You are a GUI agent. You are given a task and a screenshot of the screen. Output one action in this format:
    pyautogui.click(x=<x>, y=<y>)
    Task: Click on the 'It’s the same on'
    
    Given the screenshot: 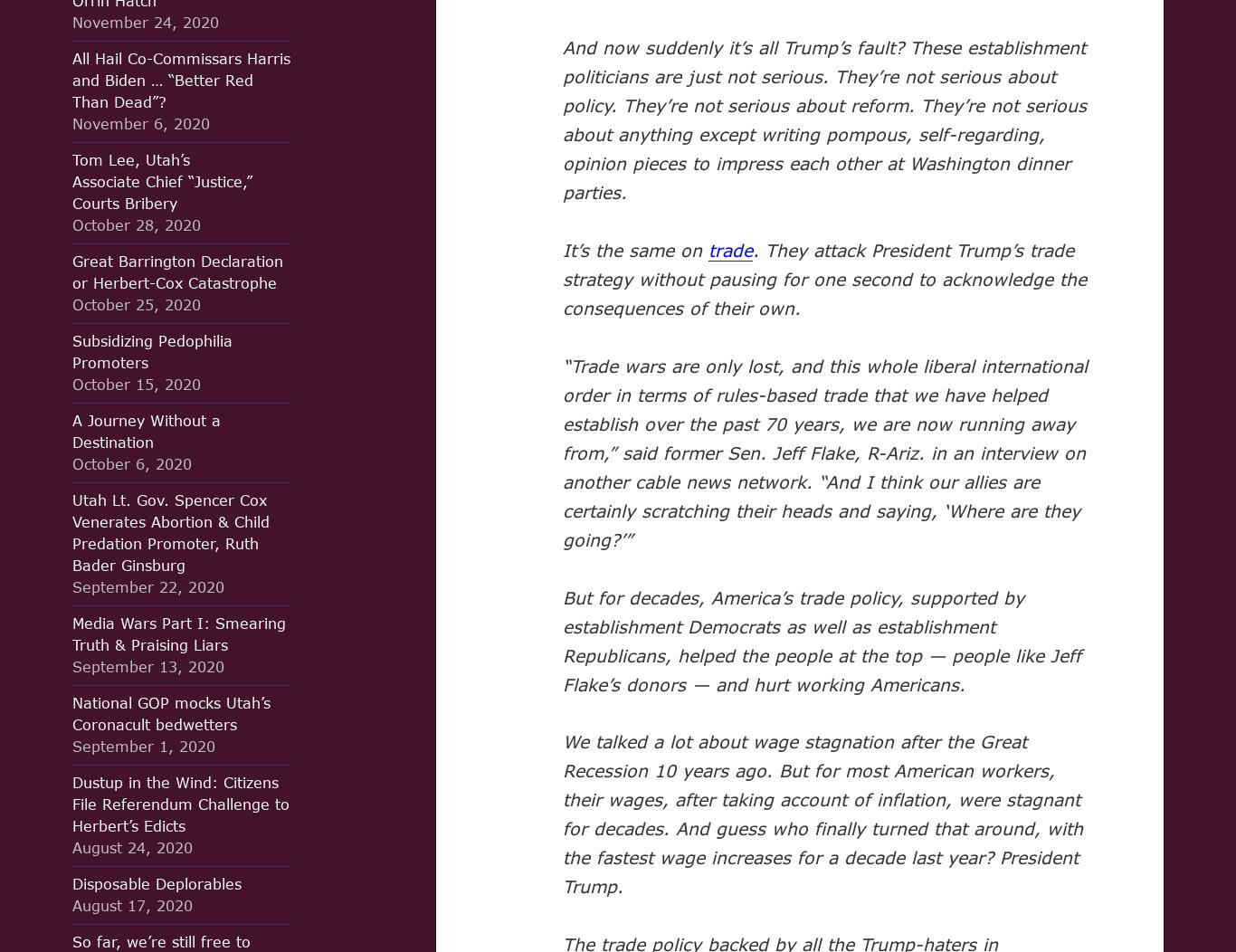 What is the action you would take?
    pyautogui.click(x=632, y=249)
    